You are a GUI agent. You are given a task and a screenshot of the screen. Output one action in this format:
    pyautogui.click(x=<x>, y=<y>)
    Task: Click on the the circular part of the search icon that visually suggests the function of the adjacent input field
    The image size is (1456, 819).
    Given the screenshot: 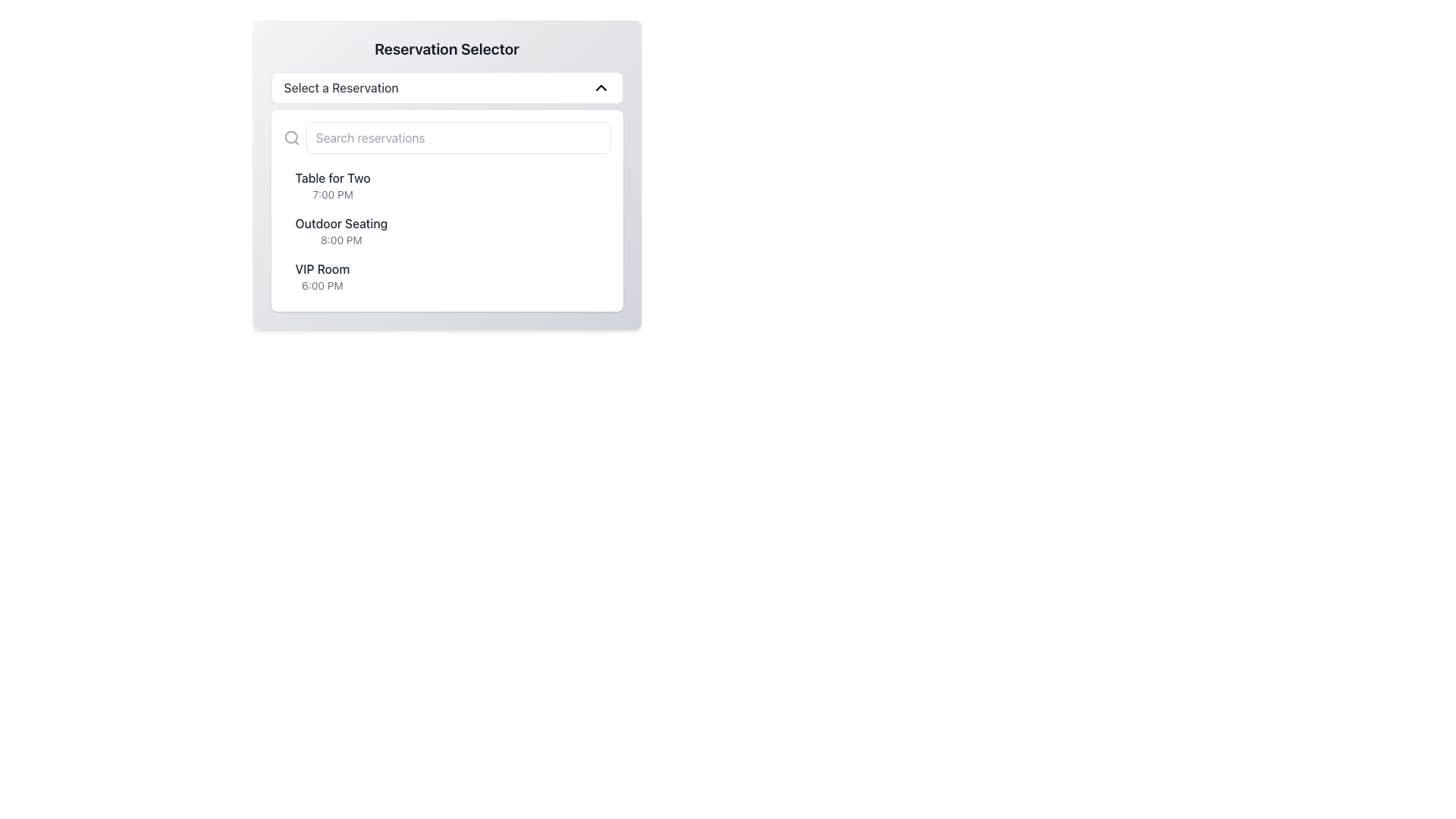 What is the action you would take?
    pyautogui.click(x=290, y=137)
    